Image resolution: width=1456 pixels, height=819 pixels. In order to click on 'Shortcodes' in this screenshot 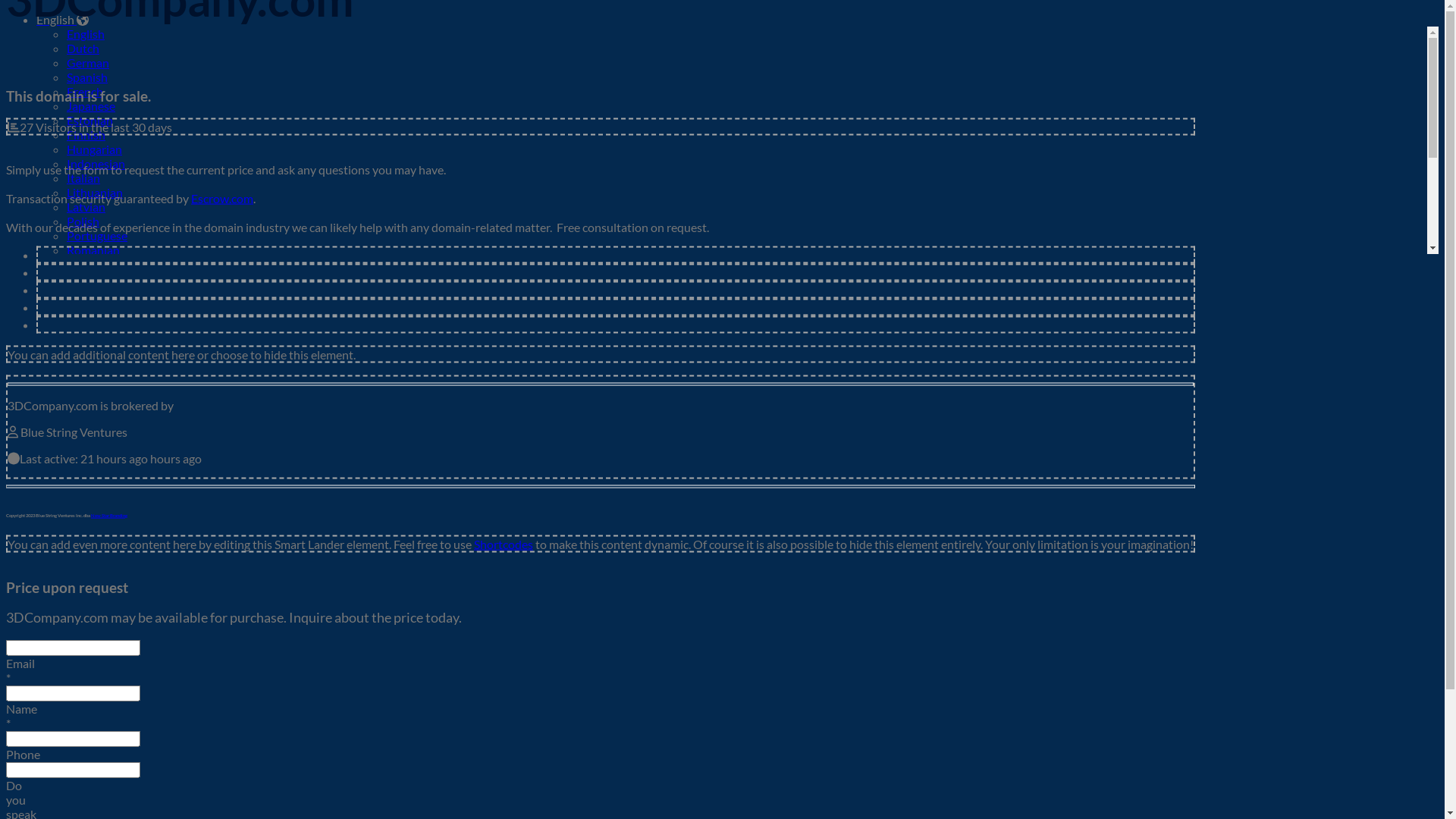, I will do `click(503, 542)`.